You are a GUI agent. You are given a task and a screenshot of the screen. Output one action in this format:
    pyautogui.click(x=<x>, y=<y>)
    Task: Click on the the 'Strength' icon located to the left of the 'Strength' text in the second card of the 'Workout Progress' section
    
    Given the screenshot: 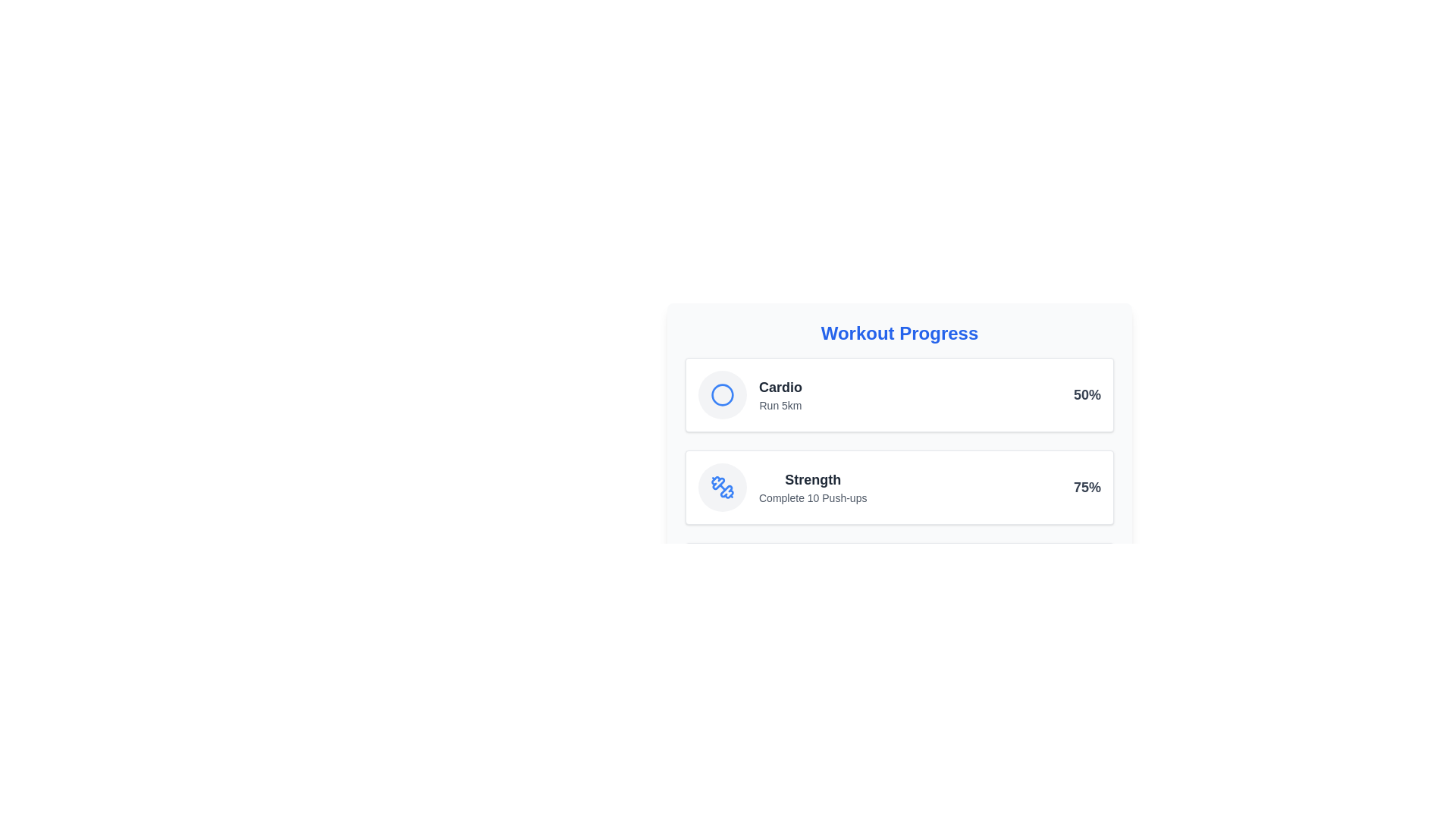 What is the action you would take?
    pyautogui.click(x=722, y=488)
    